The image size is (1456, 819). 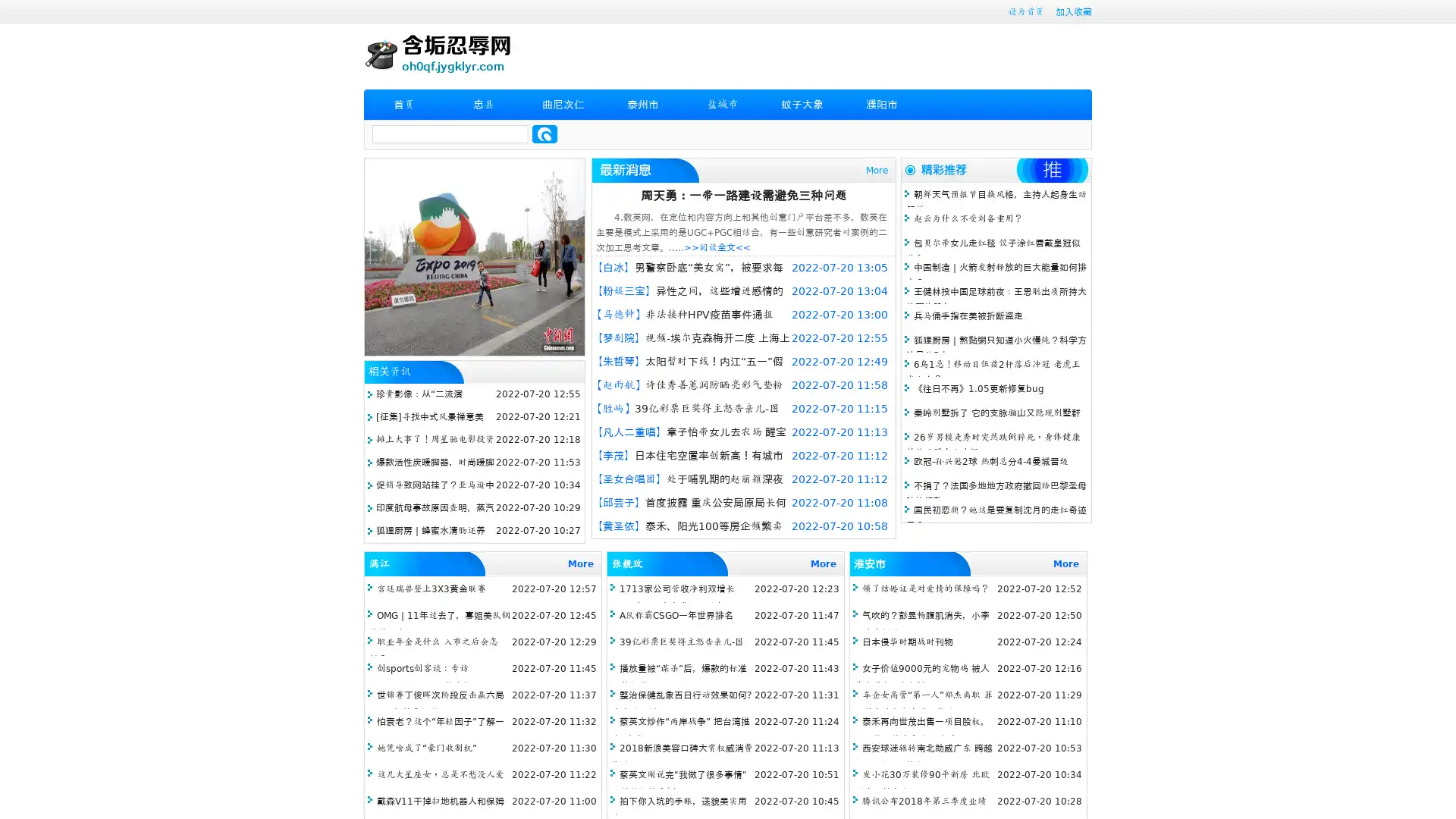 I want to click on Search, so click(x=544, y=133).